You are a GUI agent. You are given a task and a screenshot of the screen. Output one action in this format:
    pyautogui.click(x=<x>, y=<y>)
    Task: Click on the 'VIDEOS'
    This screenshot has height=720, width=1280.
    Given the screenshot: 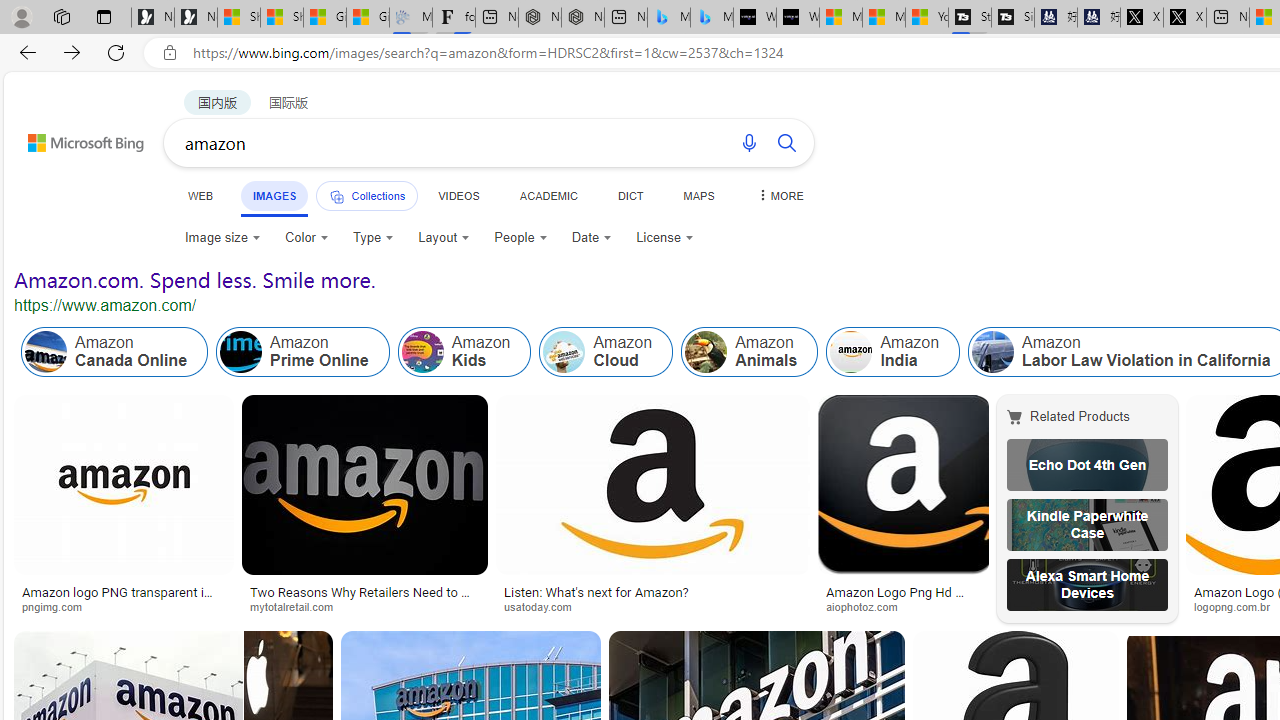 What is the action you would take?
    pyautogui.click(x=457, y=195)
    